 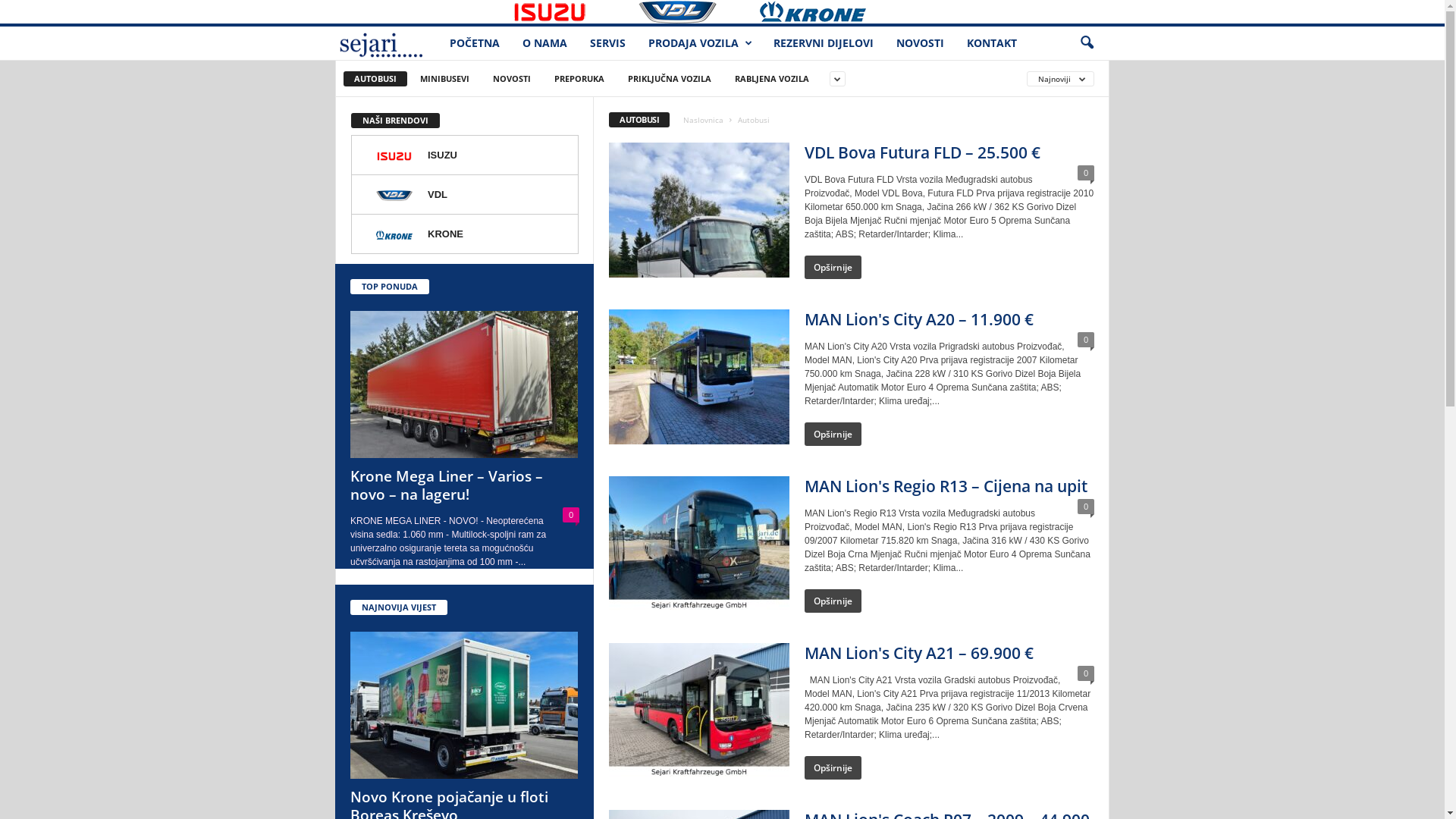 I want to click on 'RABLJENA VOZILA', so click(x=771, y=79).